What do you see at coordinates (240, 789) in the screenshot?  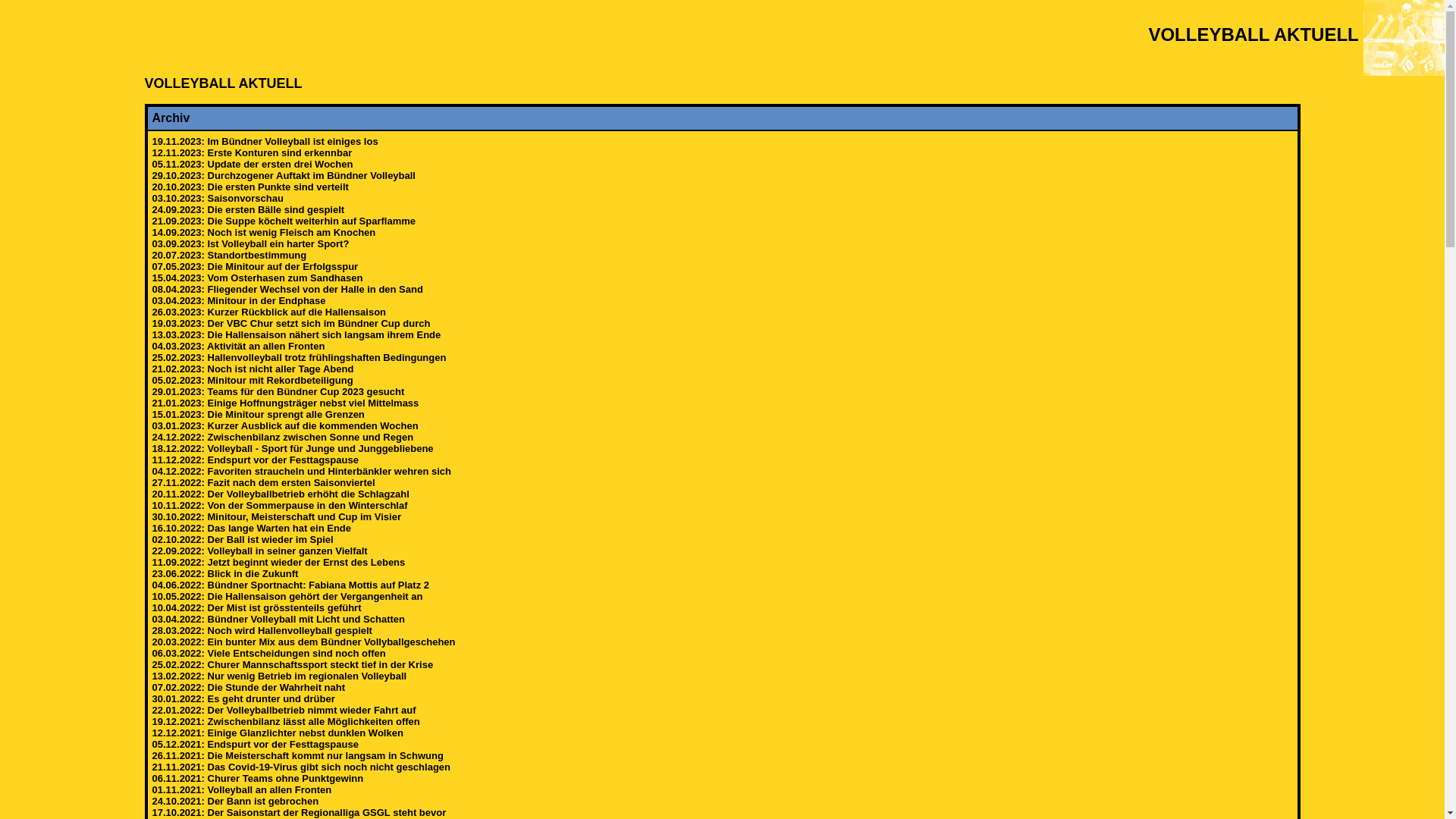 I see `'01.11.2021: Volleyball an allen Fronten'` at bounding box center [240, 789].